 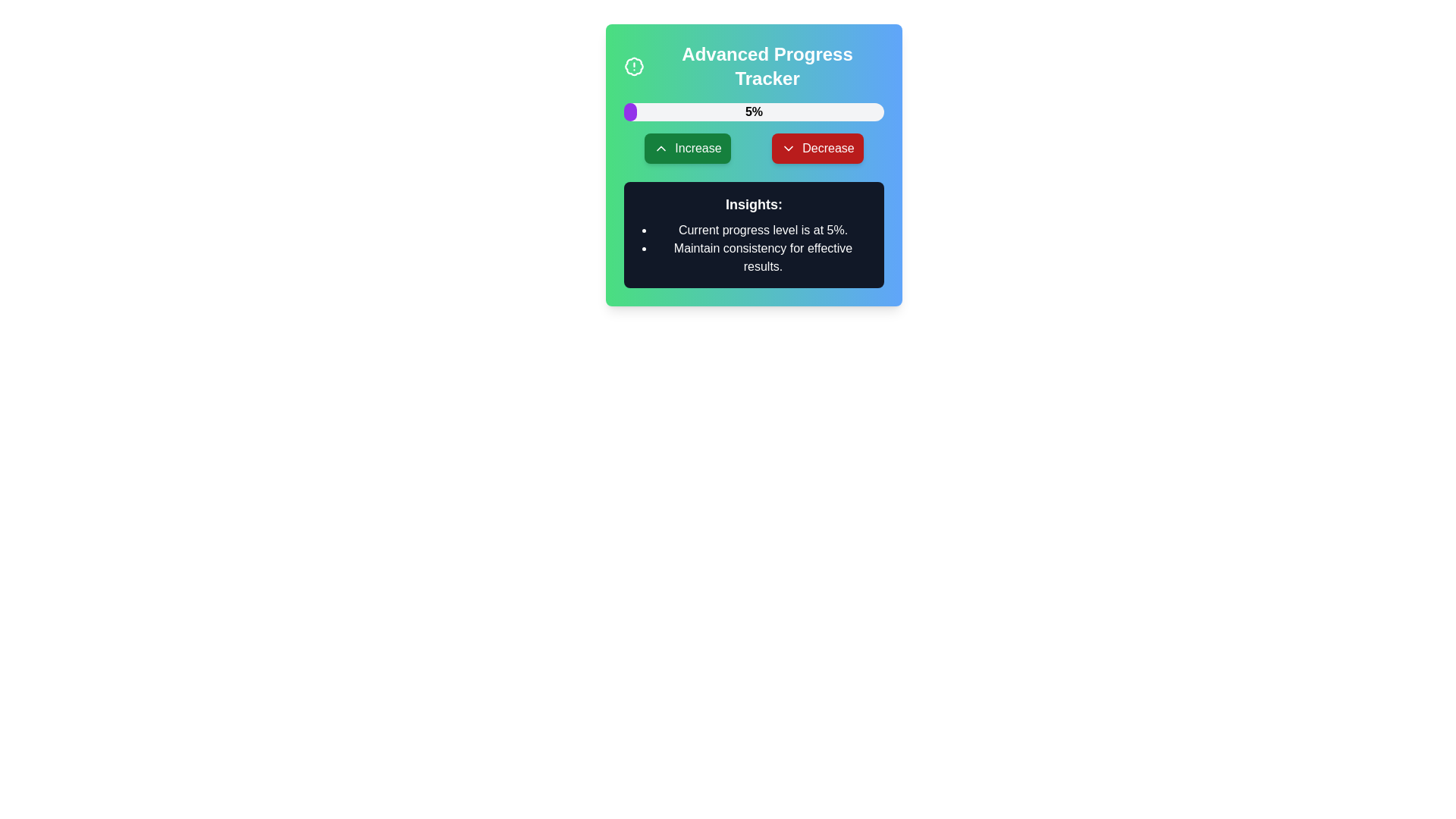 I want to click on the Bullet point list element, which displays information about current progress and consistency, located within the 'Insights:' section below the progress tracker, so click(x=754, y=247).